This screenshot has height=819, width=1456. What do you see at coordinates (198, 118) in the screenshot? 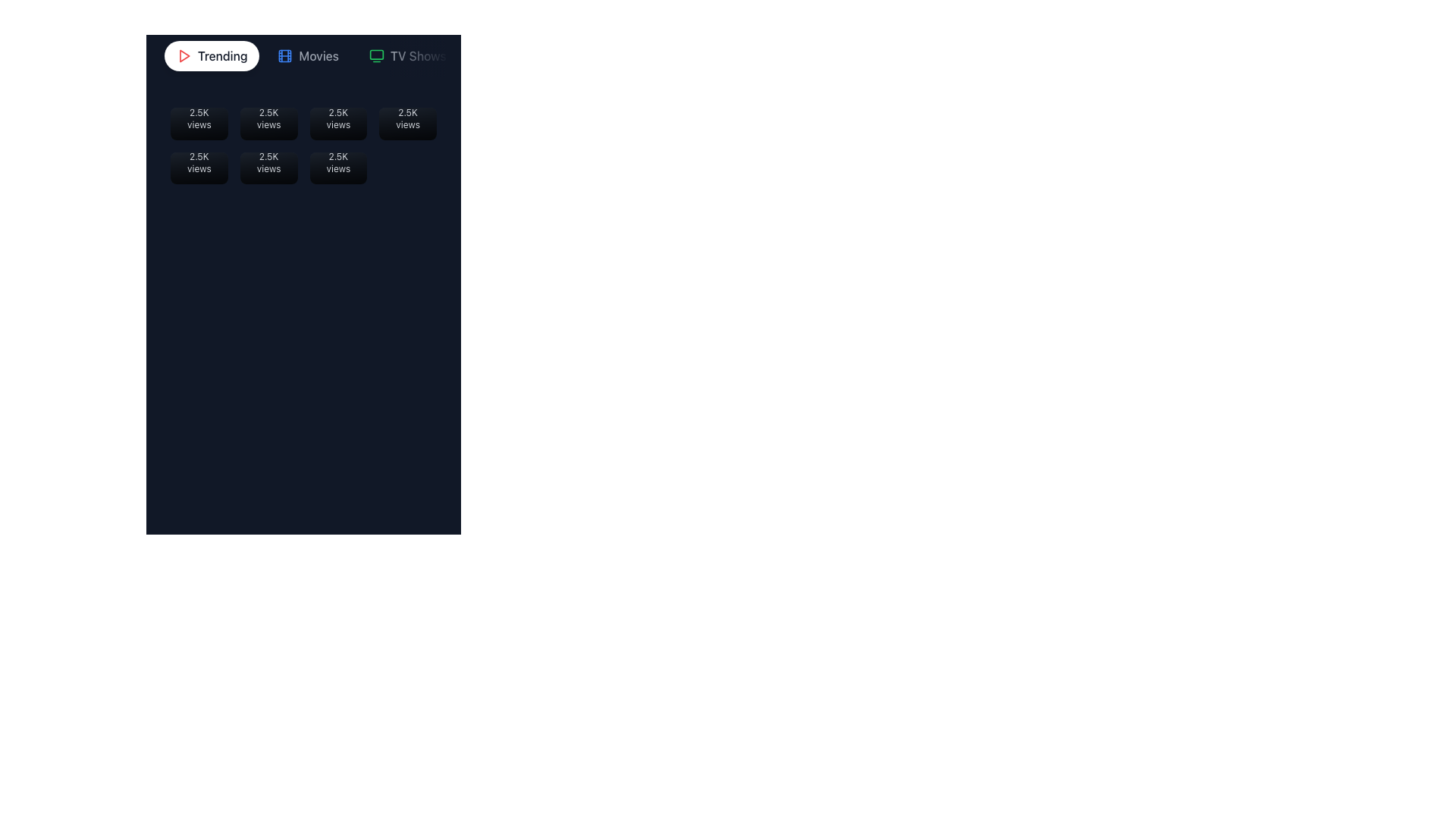
I see `the text label displaying '2.5K views', which is formatted in a small-sized, gray, sans-serif font and positioned beneath 'Content Title 1'` at bounding box center [198, 118].